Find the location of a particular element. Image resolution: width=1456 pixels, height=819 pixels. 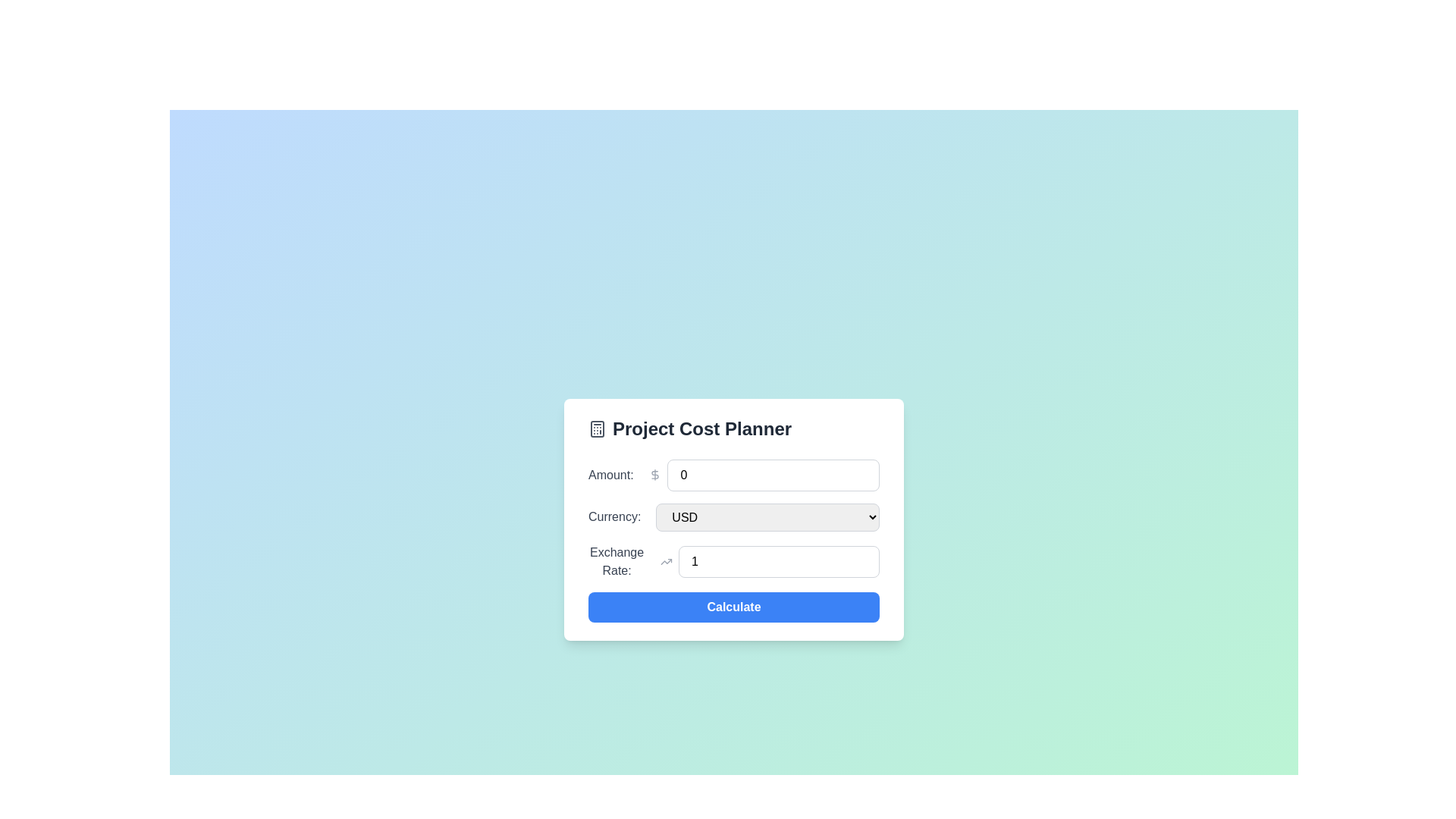

an option from the 'Currency:' dropdown menu which displays 'USD' and is located between the 'Amount:' input field and the 'Exchange Rate:' input field is located at coordinates (734, 516).